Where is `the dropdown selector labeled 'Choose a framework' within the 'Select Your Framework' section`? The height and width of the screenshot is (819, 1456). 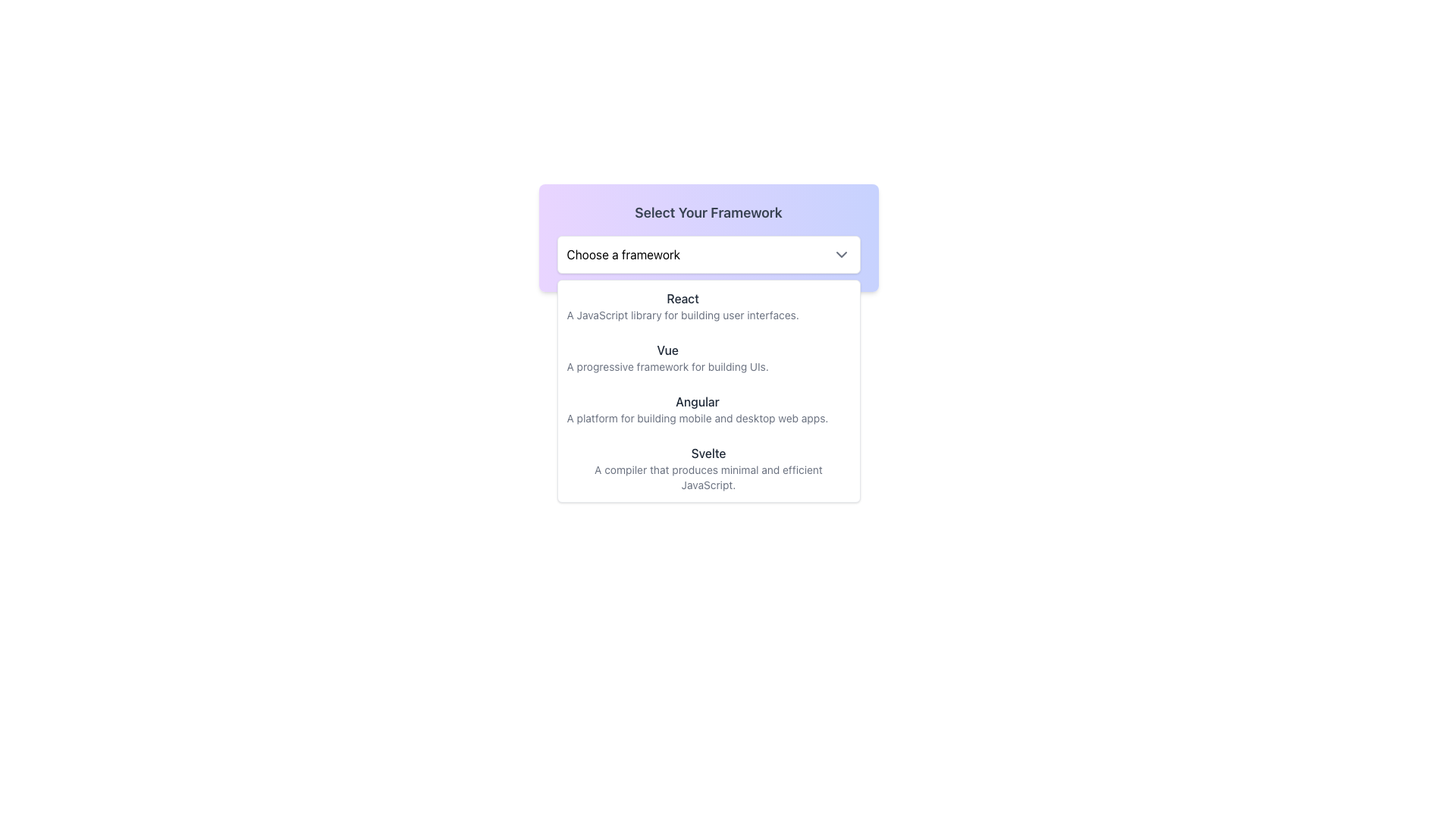 the dropdown selector labeled 'Choose a framework' within the 'Select Your Framework' section is located at coordinates (708, 237).